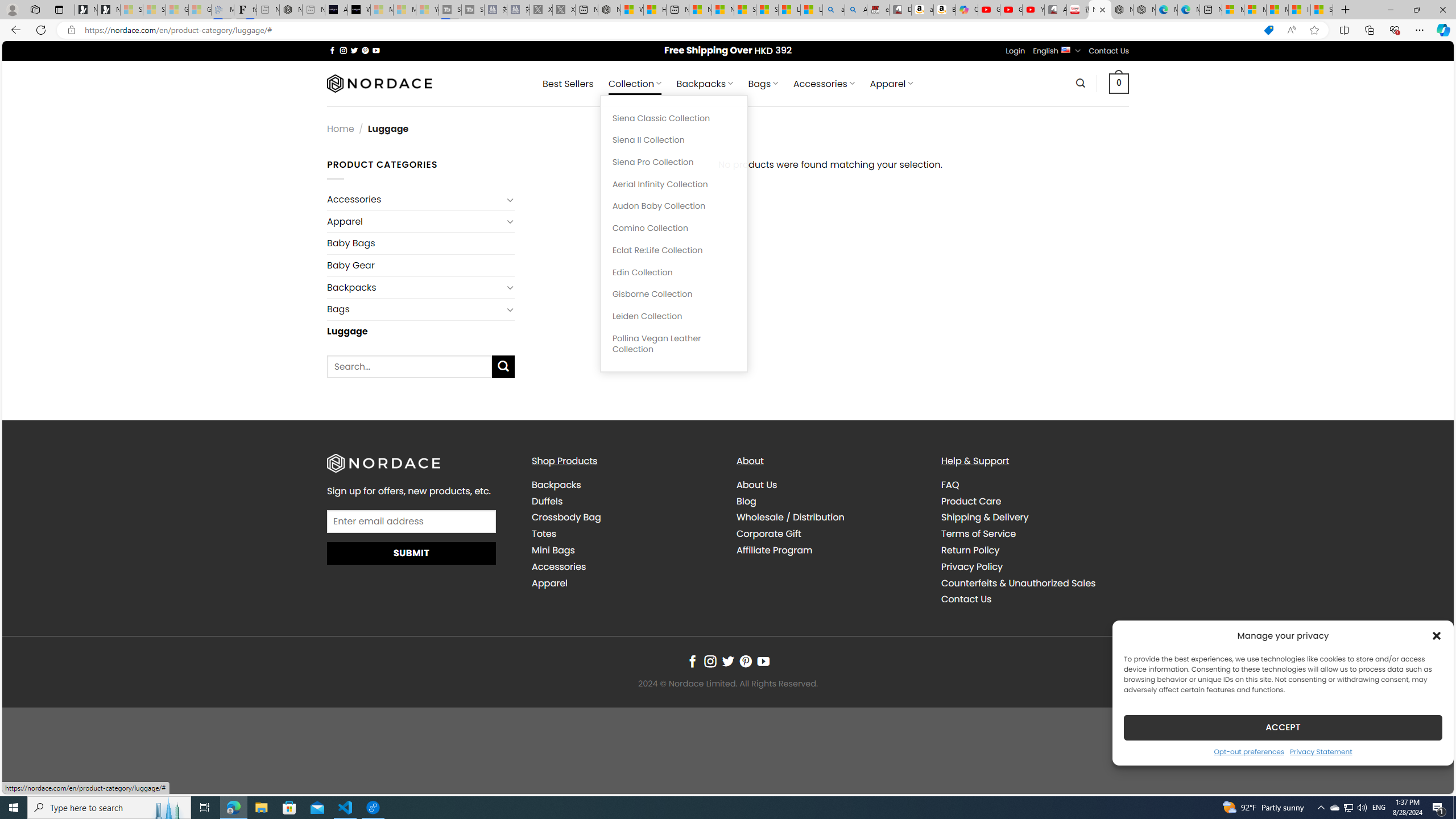  I want to click on 'Siena Pro Collection', so click(673, 162).